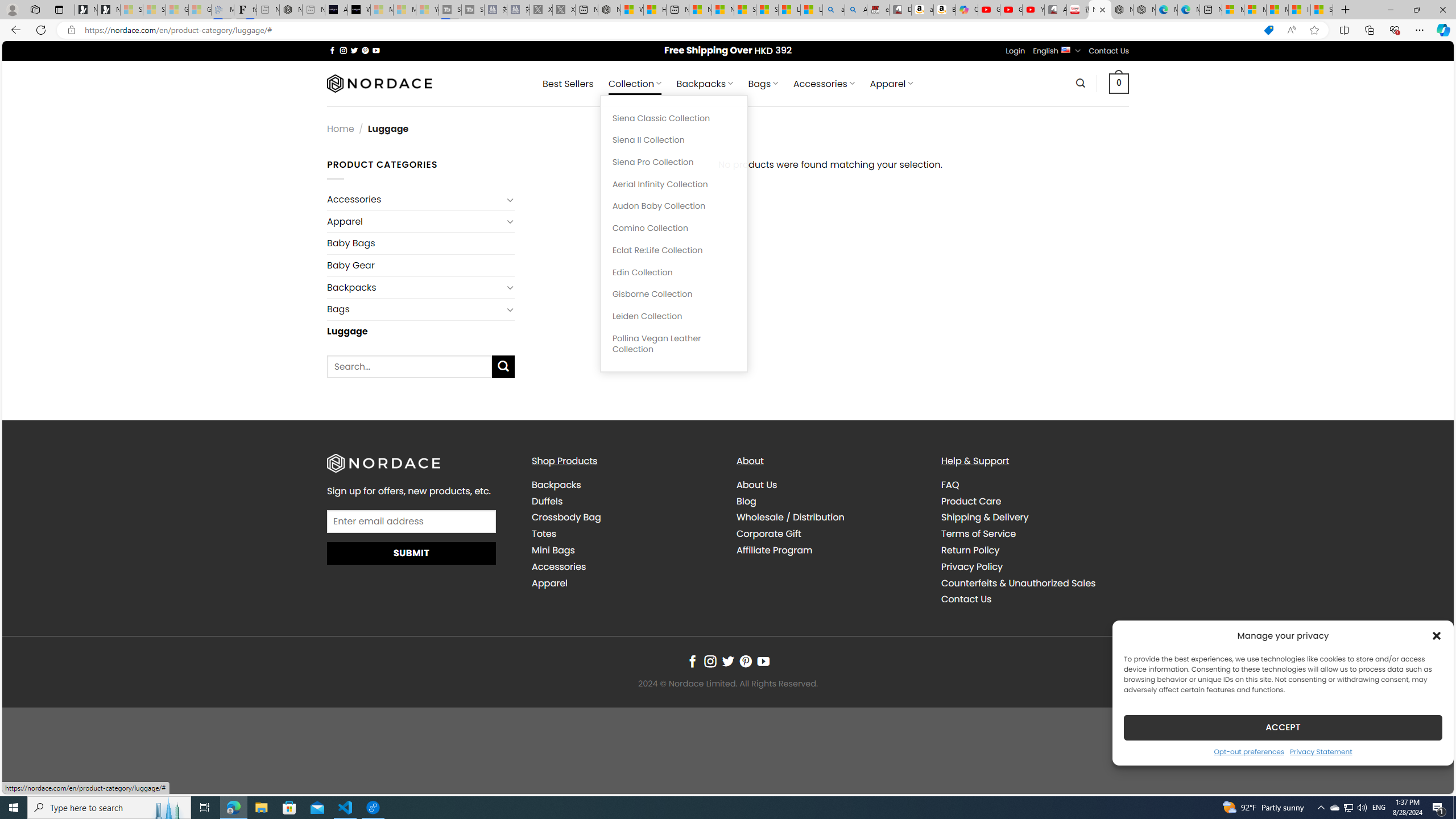  I want to click on 'Siena Pro Collection', so click(673, 162).